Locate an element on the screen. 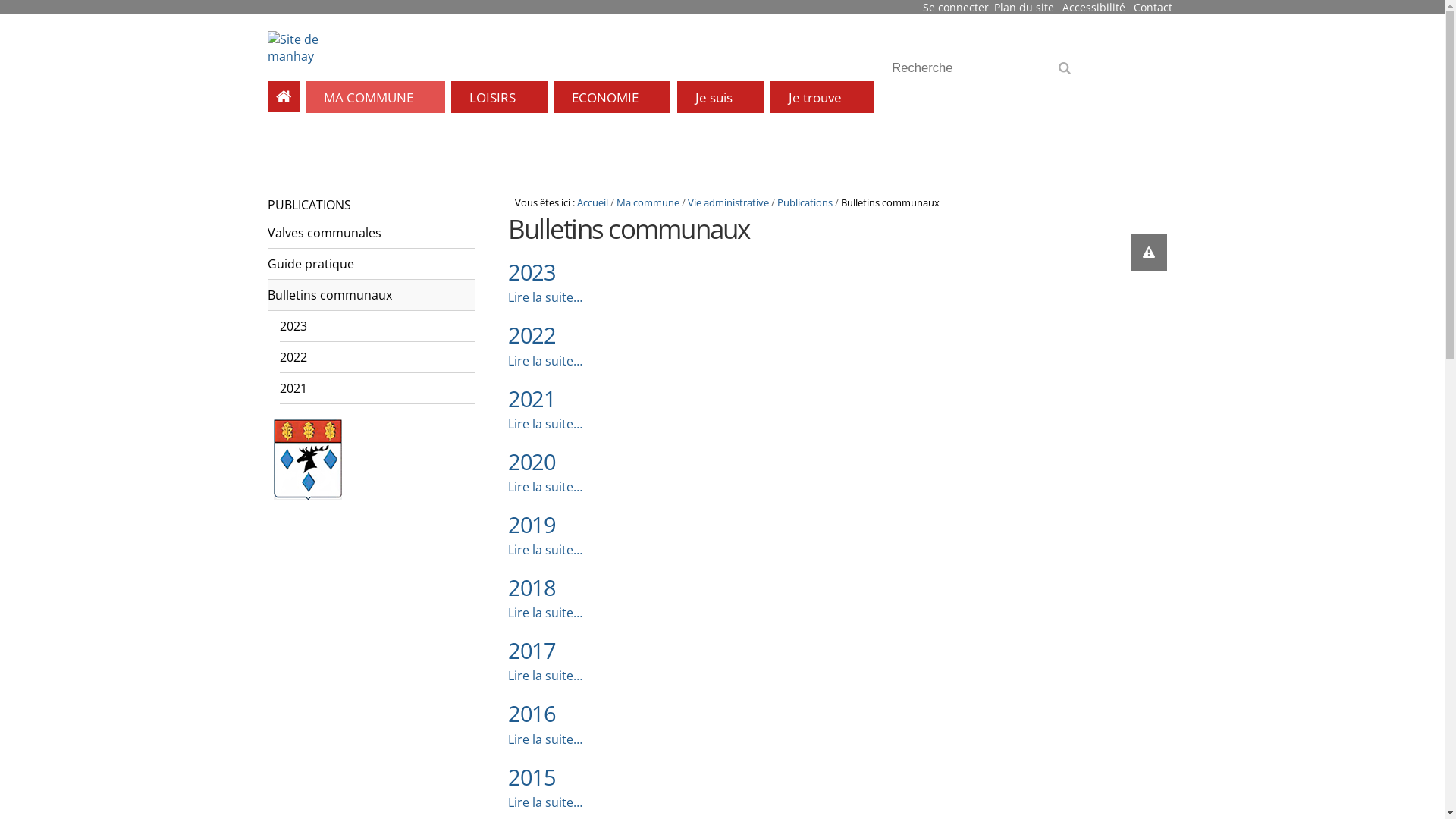 The height and width of the screenshot is (819, 1456). 'Contact' is located at coordinates (1133, 7).